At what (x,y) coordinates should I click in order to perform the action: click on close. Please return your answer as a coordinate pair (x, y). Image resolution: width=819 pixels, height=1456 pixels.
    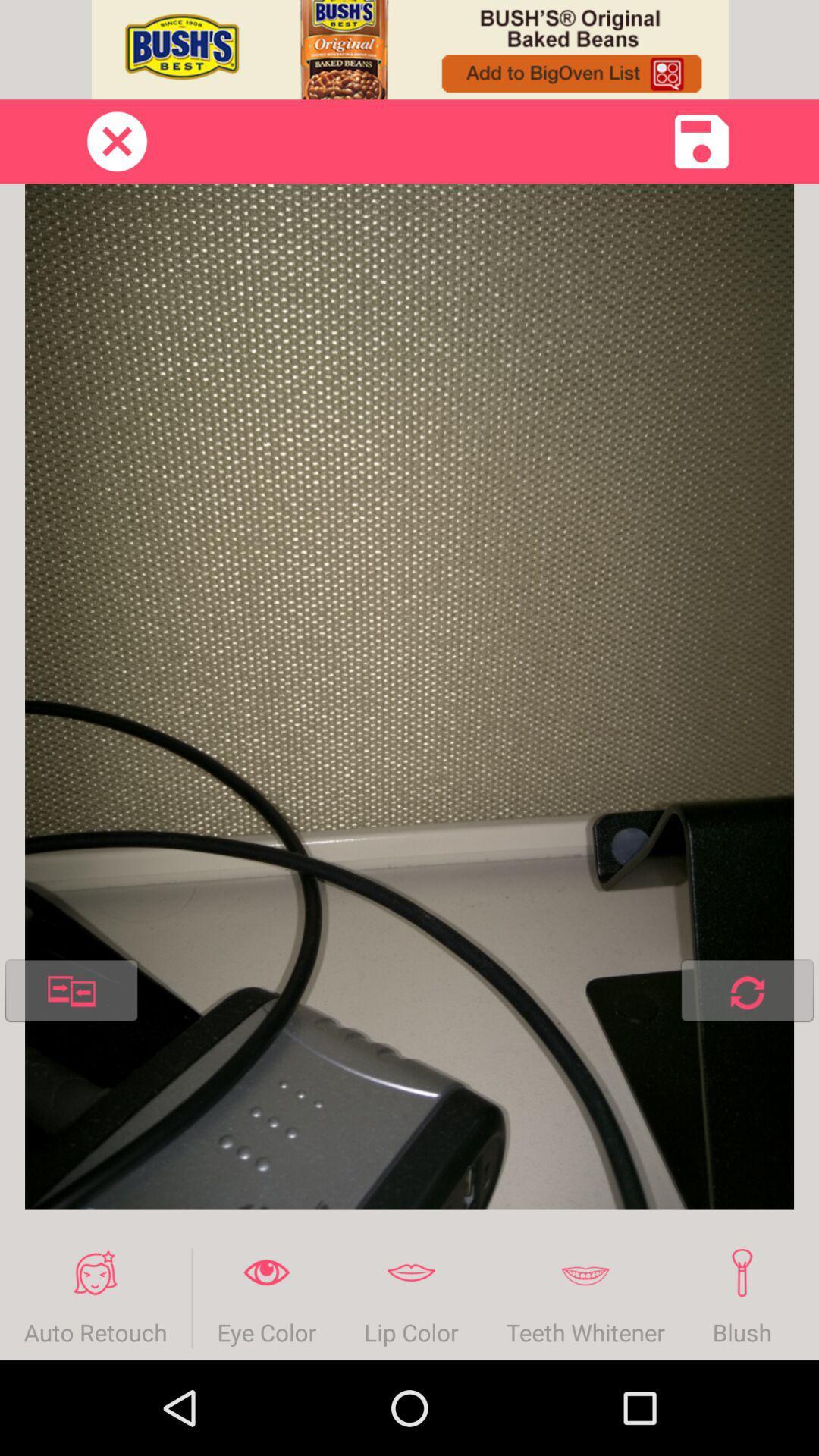
    Looking at the image, I should click on (116, 141).